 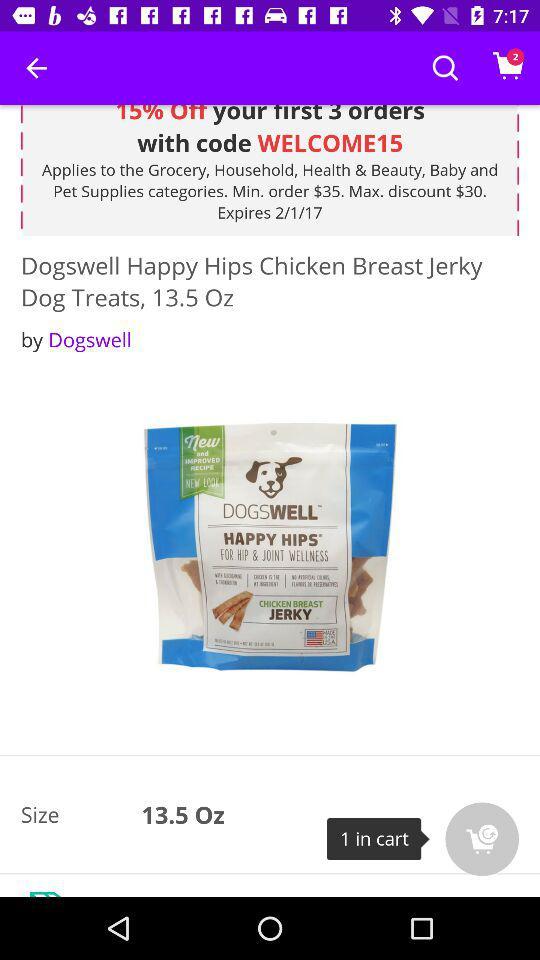 I want to click on 5 lines text which is the top of the page, so click(x=270, y=169).